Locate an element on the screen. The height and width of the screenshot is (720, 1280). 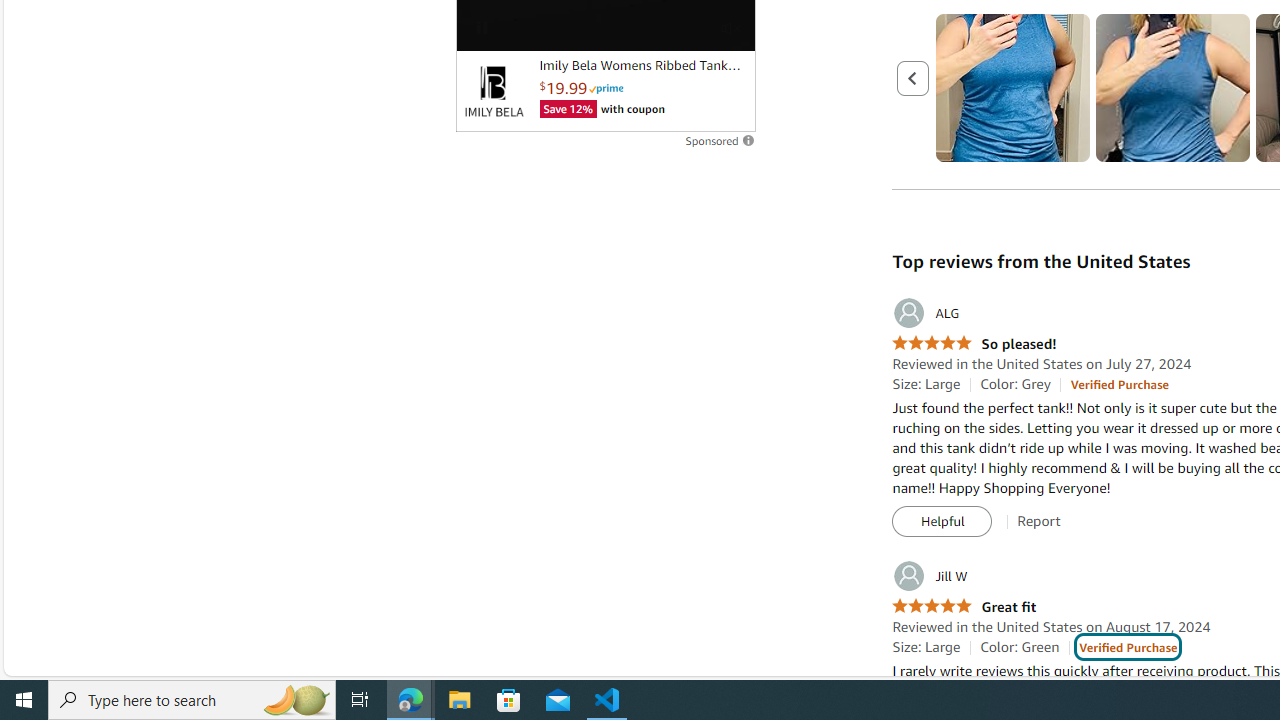
'Logo' is located at coordinates (493, 91).